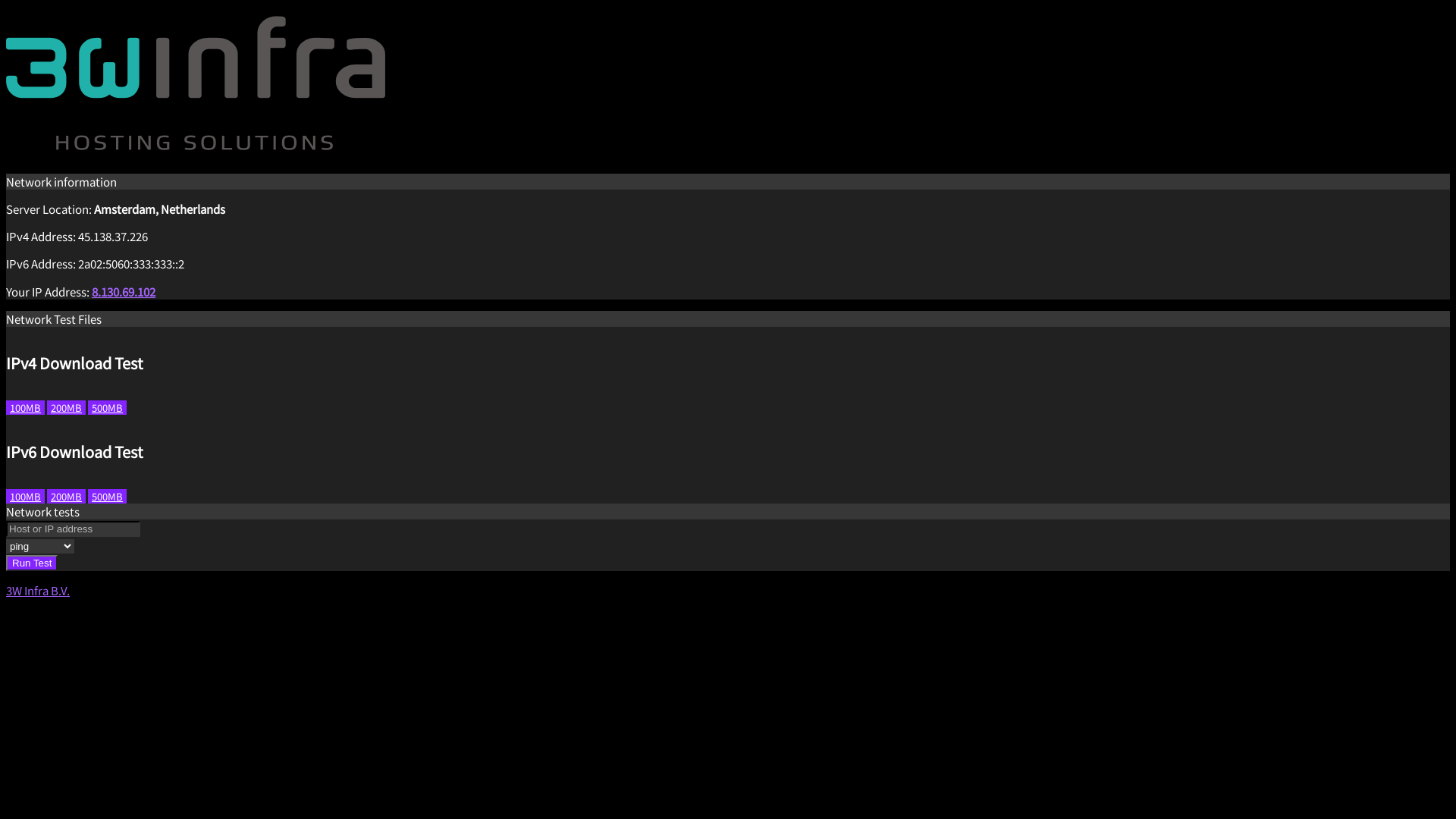 The height and width of the screenshot is (819, 1456). What do you see at coordinates (106, 496) in the screenshot?
I see `'500MB'` at bounding box center [106, 496].